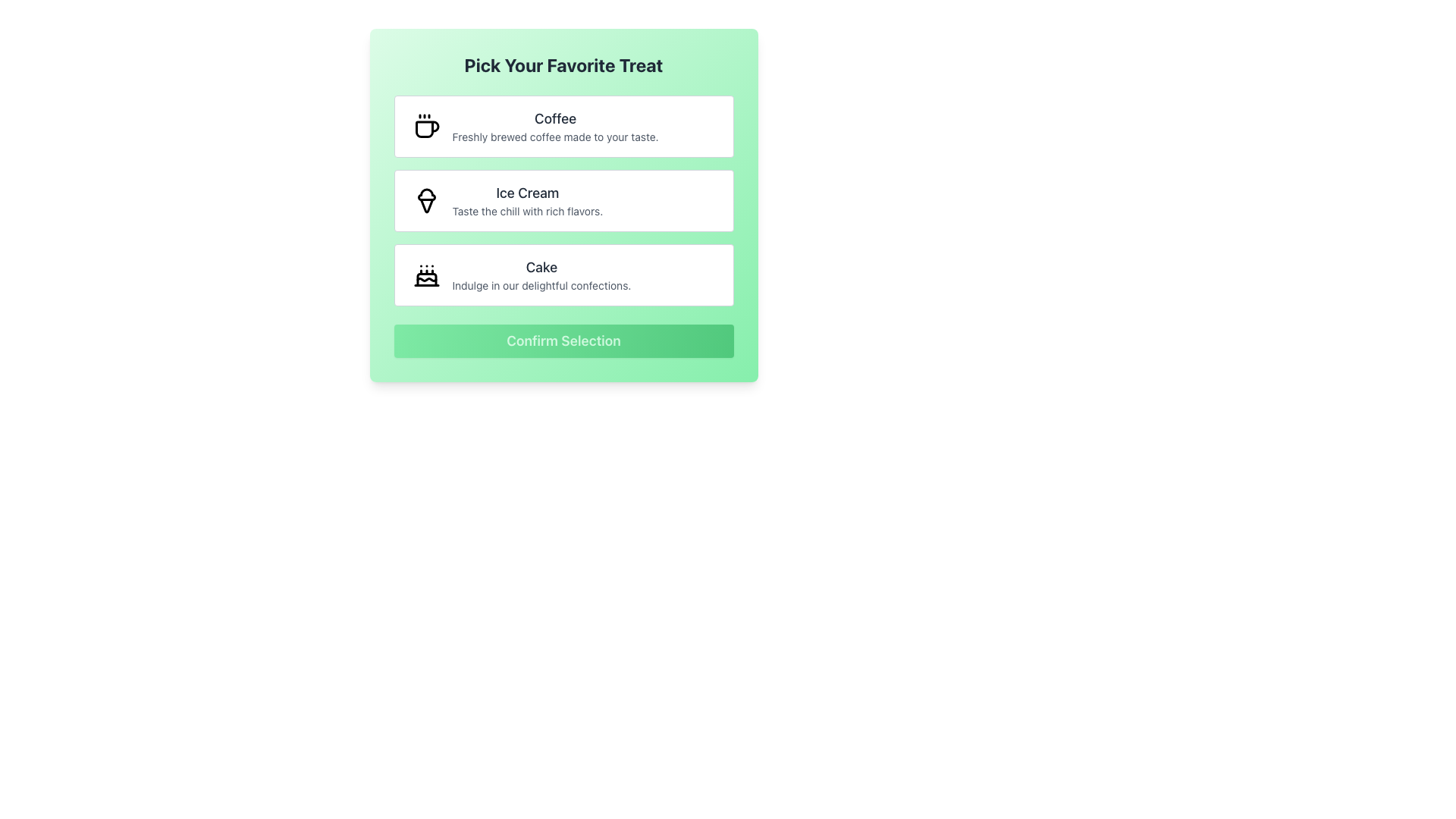 The image size is (1456, 819). I want to click on the 'Cake' SVG Icon located in the third card of a vertical list, positioned to the left of the text 'Cake', so click(425, 275).